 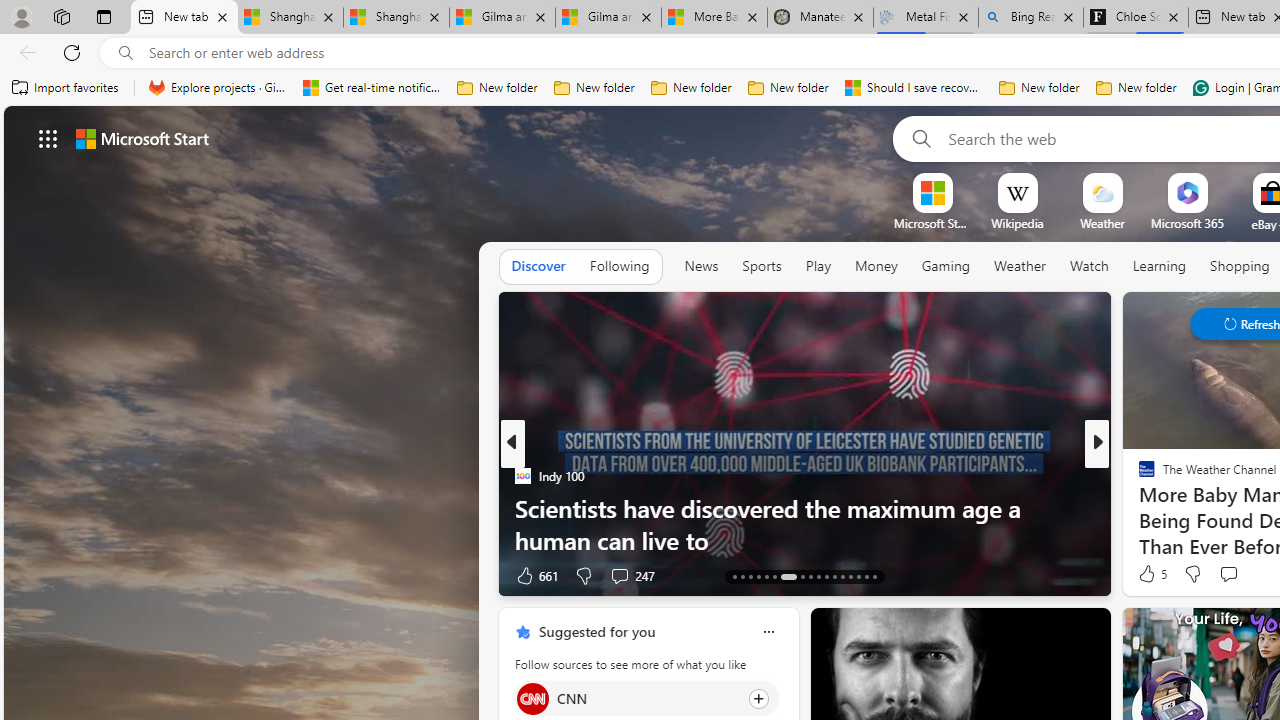 I want to click on 'View comments 5 Comment', so click(x=1240, y=575).